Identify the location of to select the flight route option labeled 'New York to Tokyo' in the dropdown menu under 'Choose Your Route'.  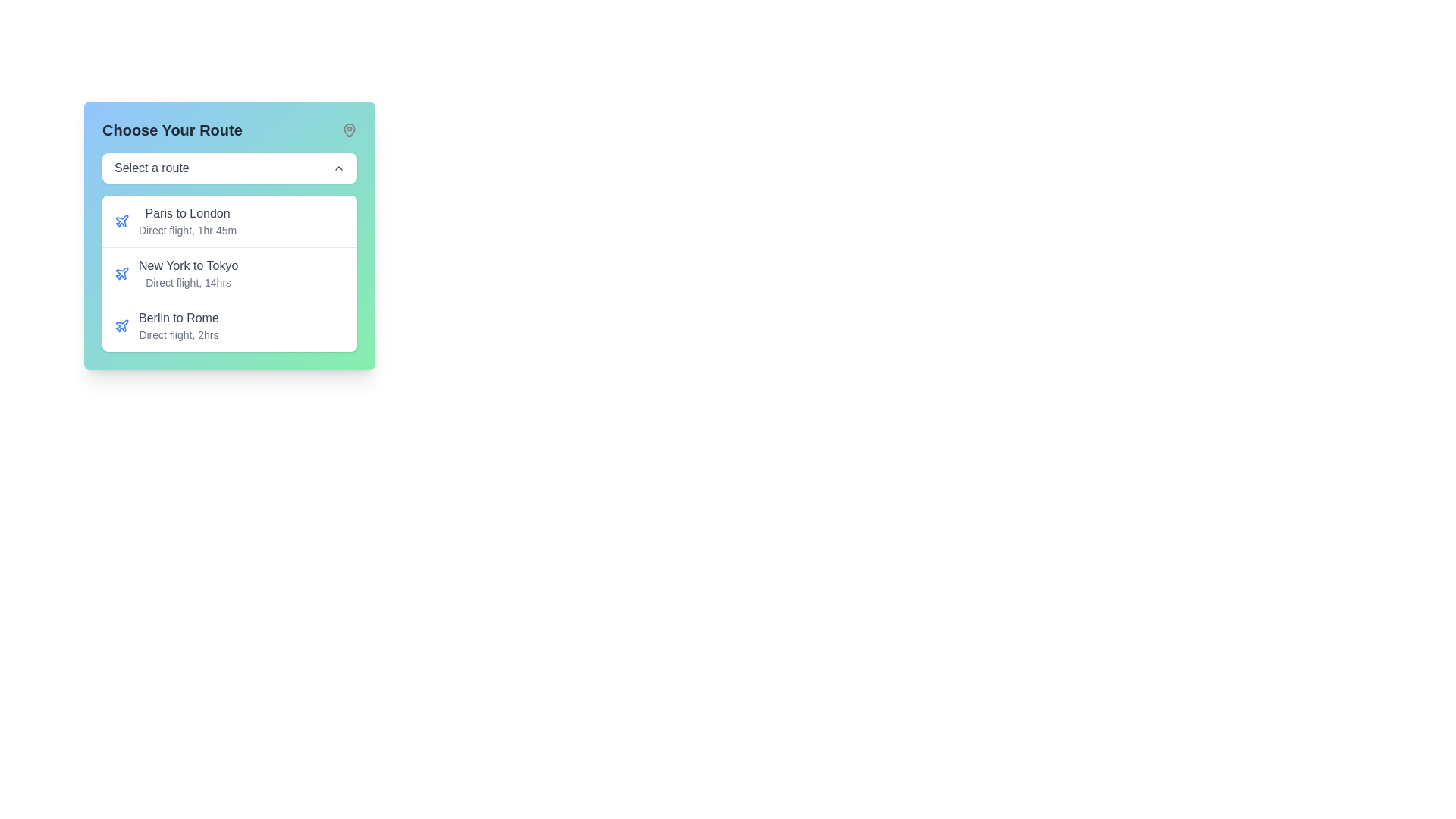
(187, 274).